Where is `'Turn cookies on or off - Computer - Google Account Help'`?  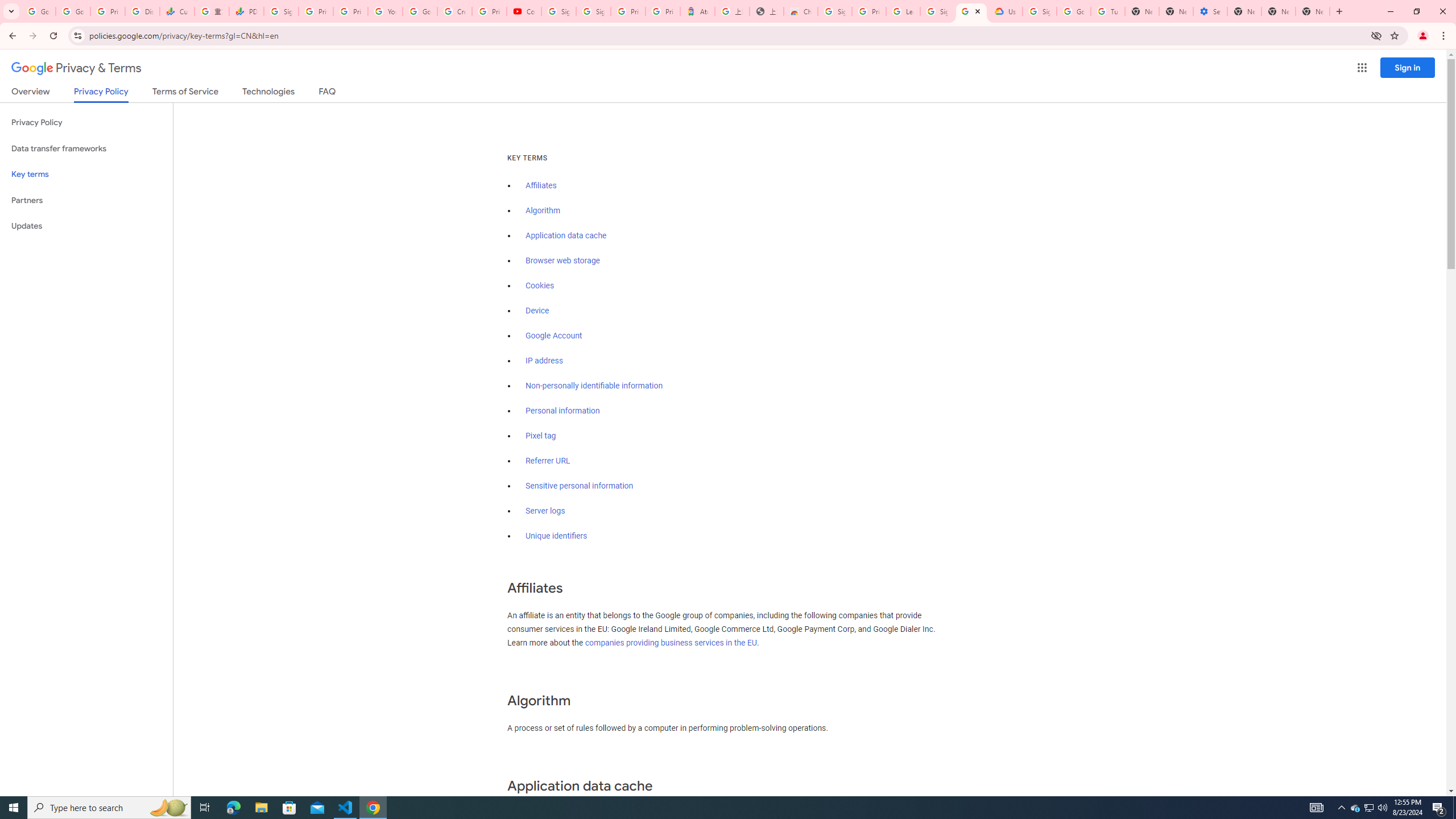 'Turn cookies on or off - Computer - Google Account Help' is located at coordinates (1108, 11).